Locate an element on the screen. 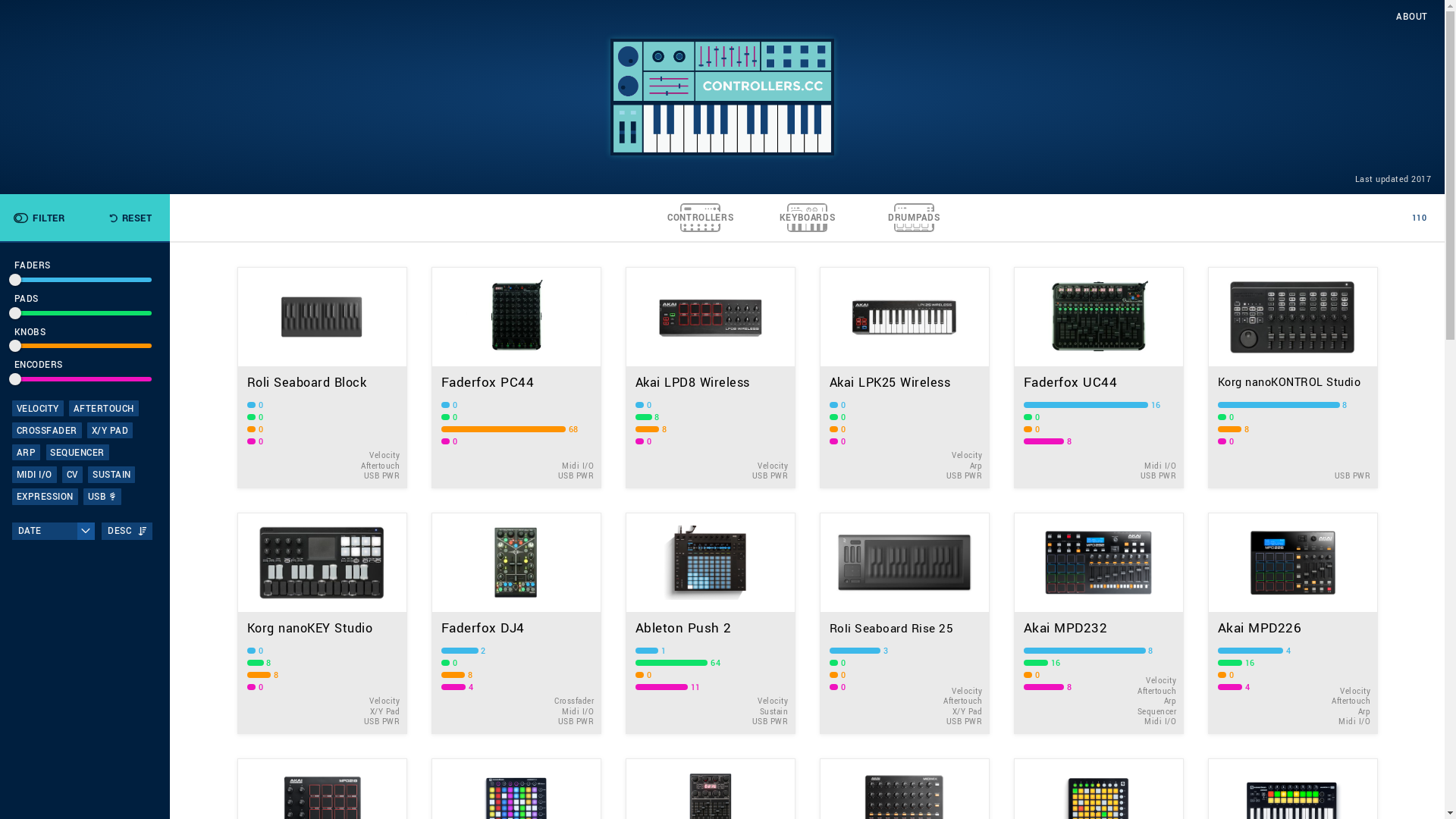 This screenshot has height=819, width=1456. 'SUSTAIN' is located at coordinates (111, 473).